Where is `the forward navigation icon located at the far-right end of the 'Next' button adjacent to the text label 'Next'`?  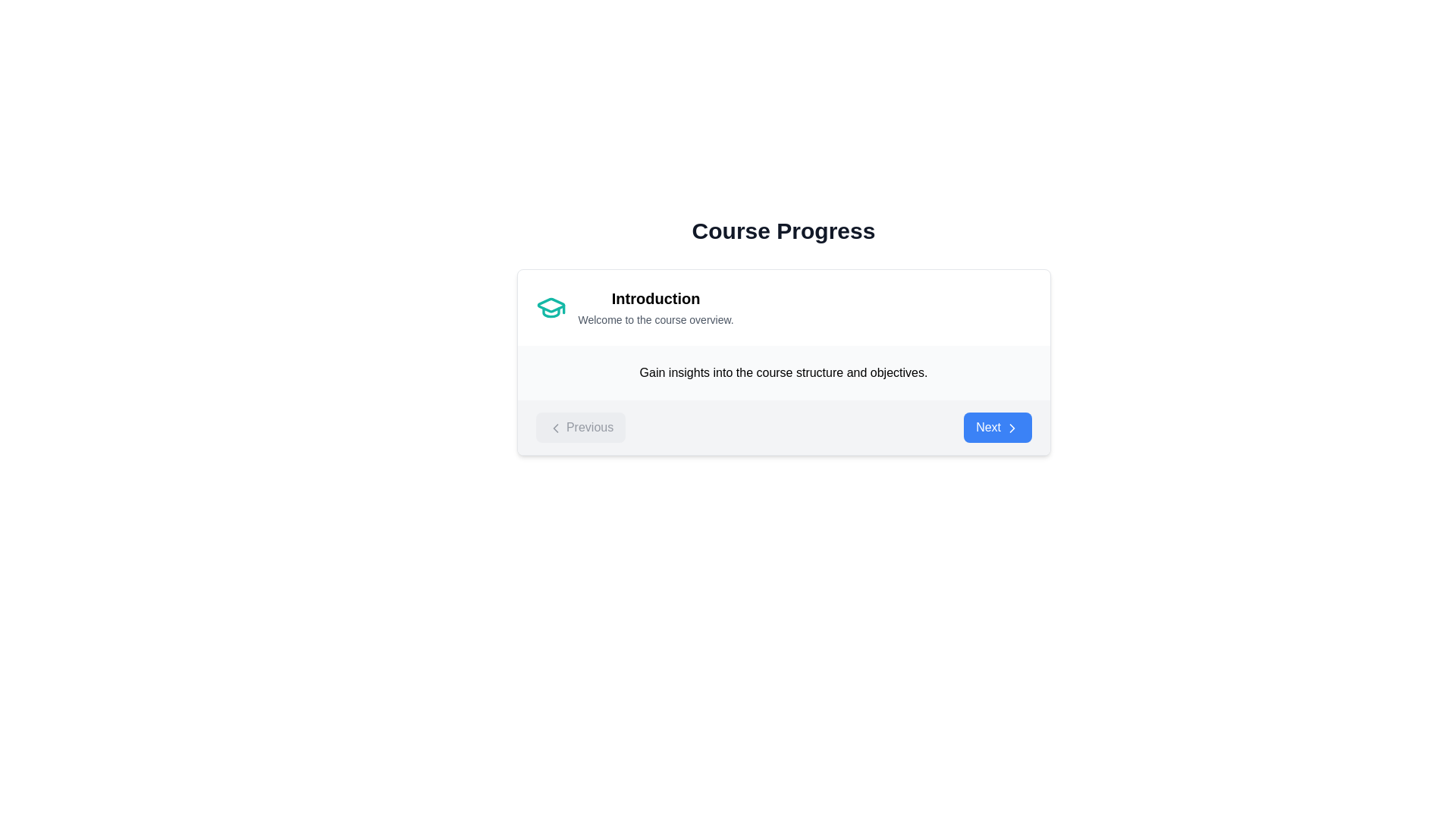 the forward navigation icon located at the far-right end of the 'Next' button adjacent to the text label 'Next' is located at coordinates (1012, 428).